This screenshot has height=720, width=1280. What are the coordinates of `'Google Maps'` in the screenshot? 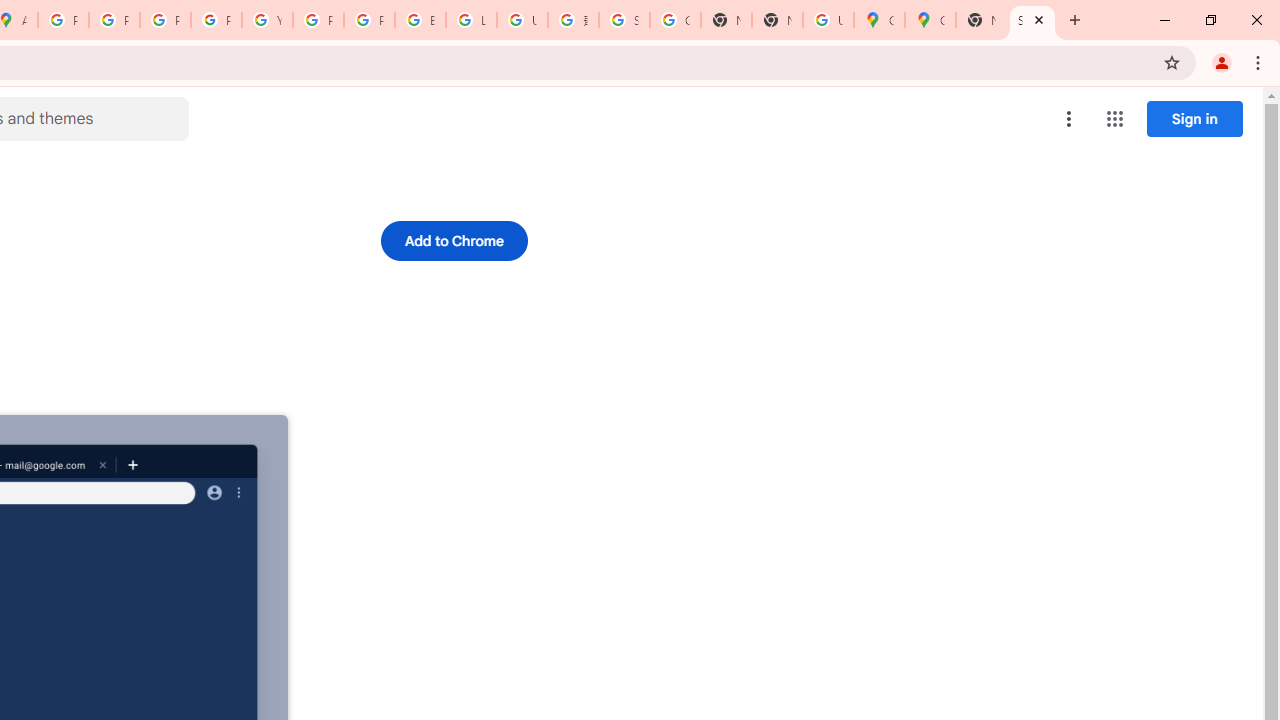 It's located at (929, 20).